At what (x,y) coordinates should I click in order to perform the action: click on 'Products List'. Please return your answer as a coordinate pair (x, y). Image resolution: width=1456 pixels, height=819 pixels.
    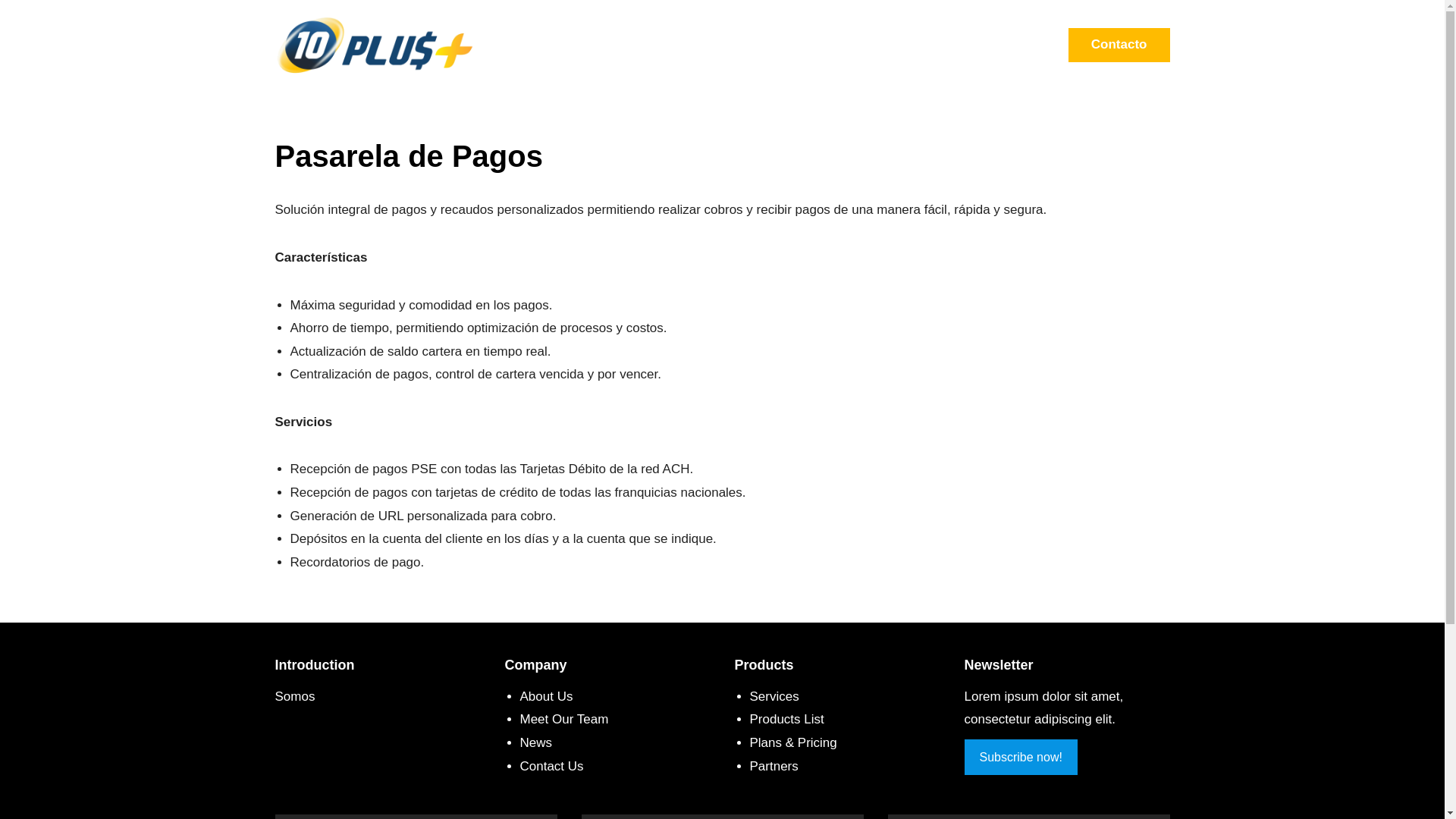
    Looking at the image, I should click on (749, 718).